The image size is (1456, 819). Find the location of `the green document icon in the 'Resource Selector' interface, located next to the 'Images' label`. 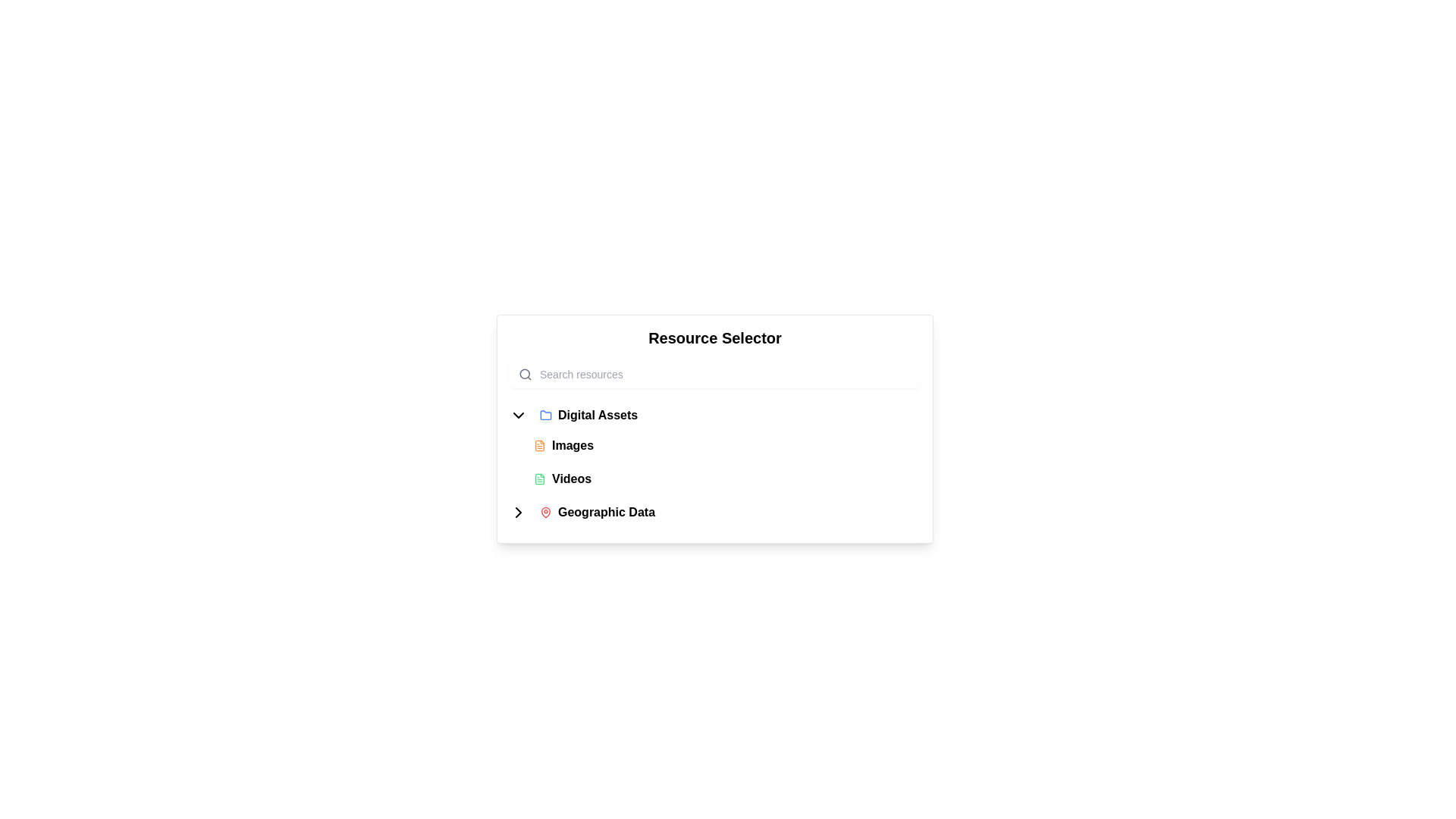

the green document icon in the 'Resource Selector' interface, located next to the 'Images' label is located at coordinates (539, 479).